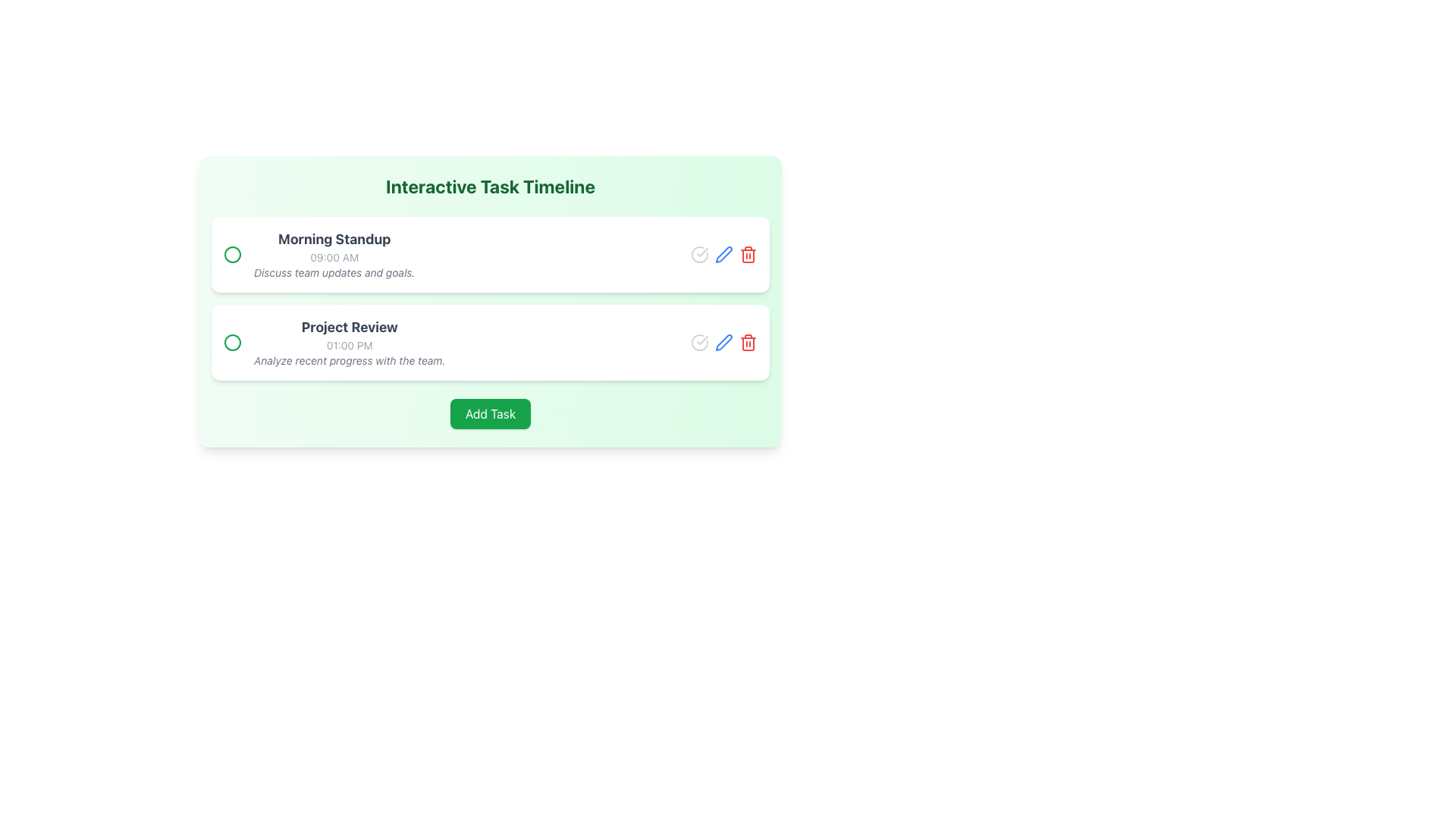 This screenshot has height=819, width=1456. Describe the element at coordinates (491, 342) in the screenshot. I see `the status indicator circle of the second task card in the timeline` at that location.